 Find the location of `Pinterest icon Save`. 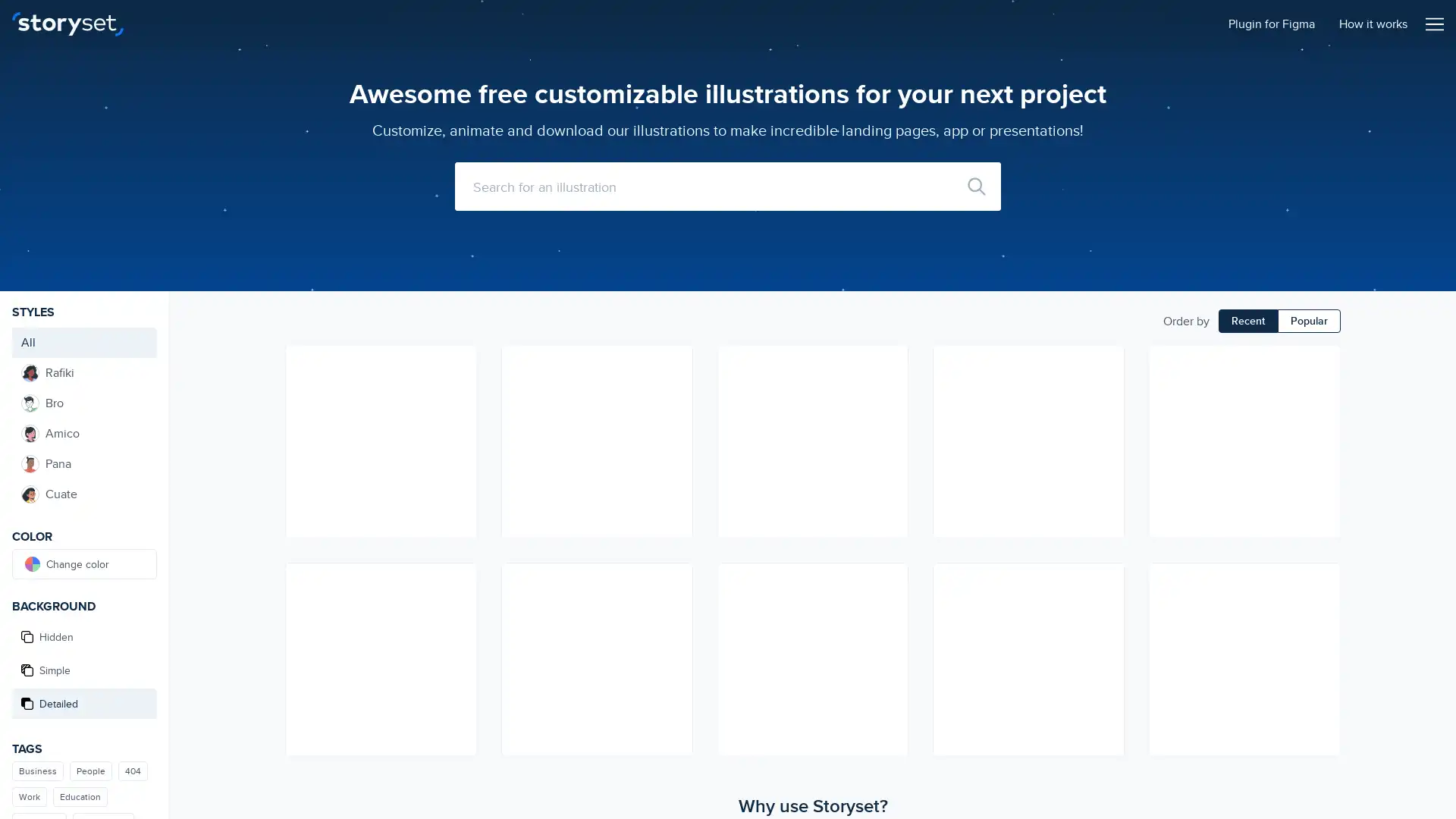

Pinterest icon Save is located at coordinates (673, 418).